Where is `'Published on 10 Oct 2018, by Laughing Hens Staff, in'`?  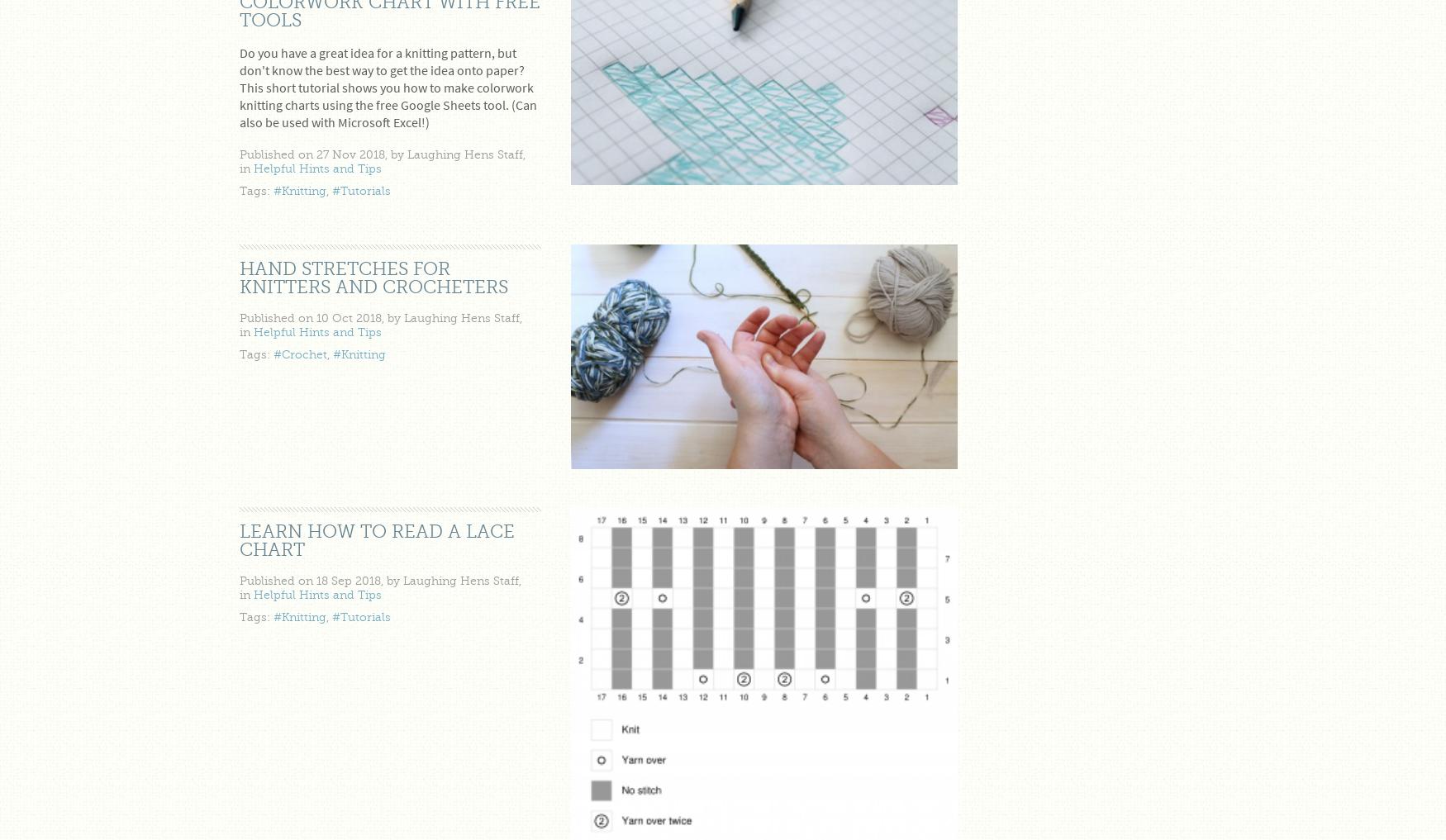 'Published on 10 Oct 2018, by Laughing Hens Staff, in' is located at coordinates (238, 323).